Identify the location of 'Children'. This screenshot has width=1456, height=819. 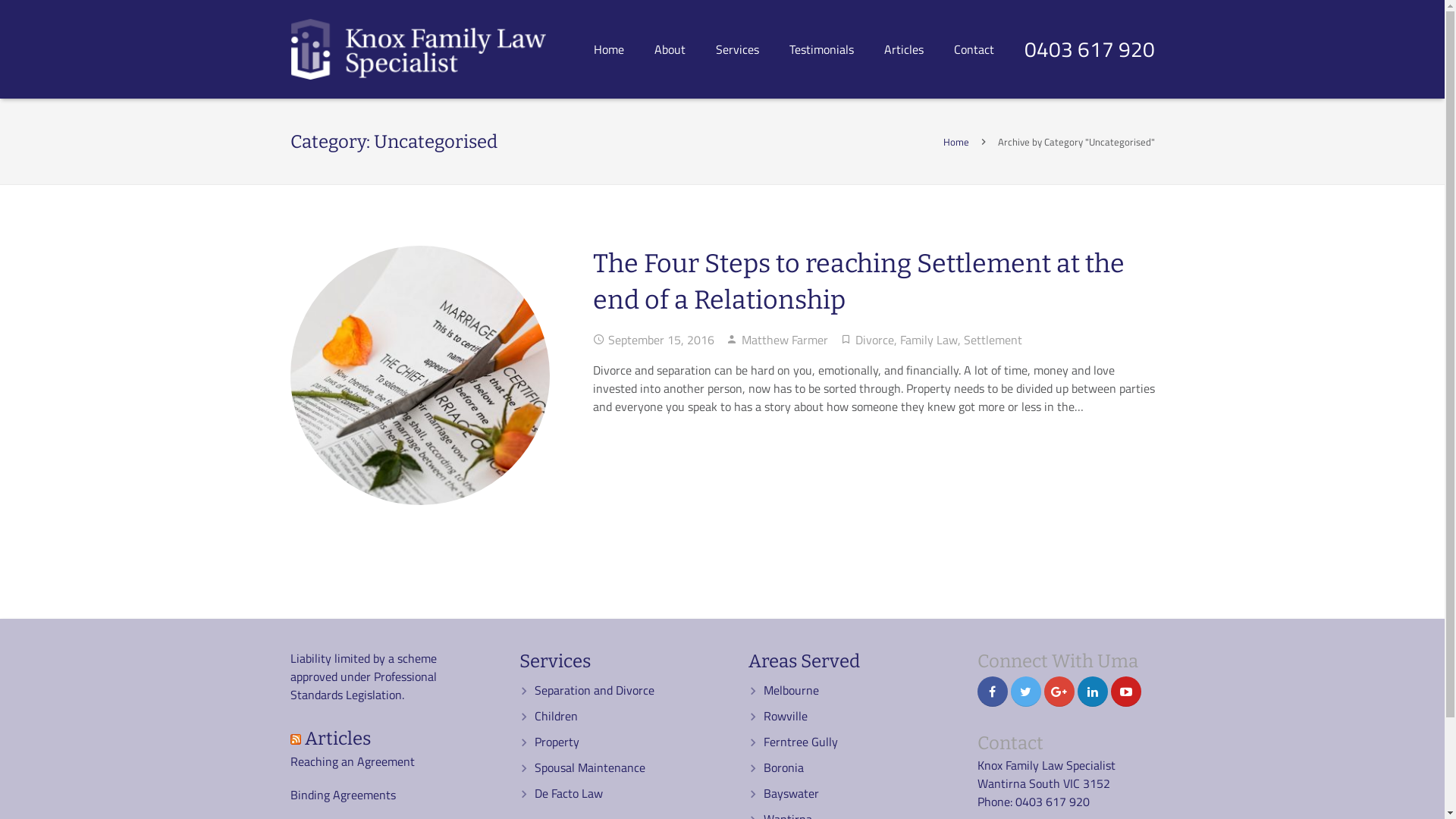
(555, 716).